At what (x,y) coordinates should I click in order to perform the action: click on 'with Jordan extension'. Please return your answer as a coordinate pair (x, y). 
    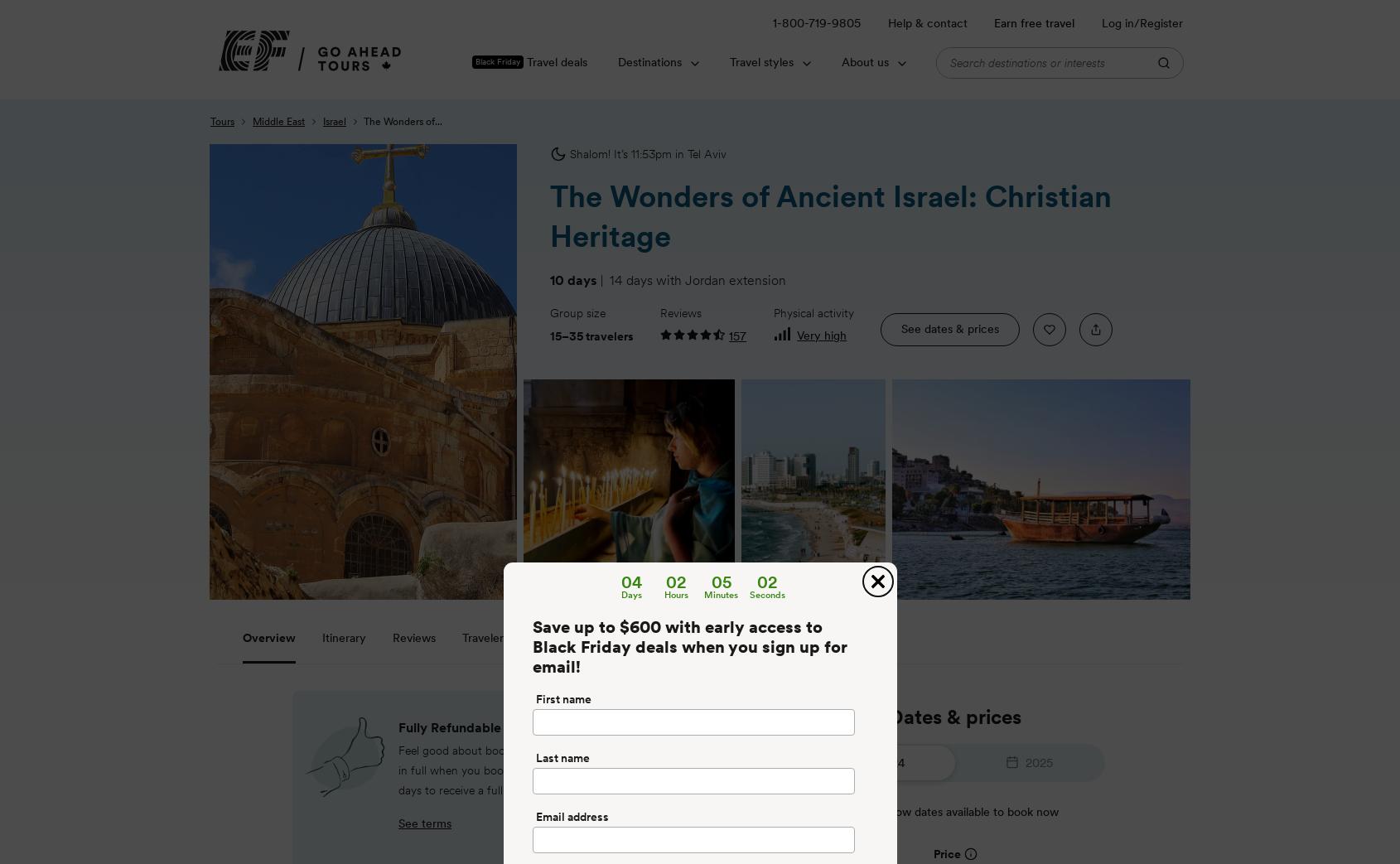
    Looking at the image, I should click on (720, 278).